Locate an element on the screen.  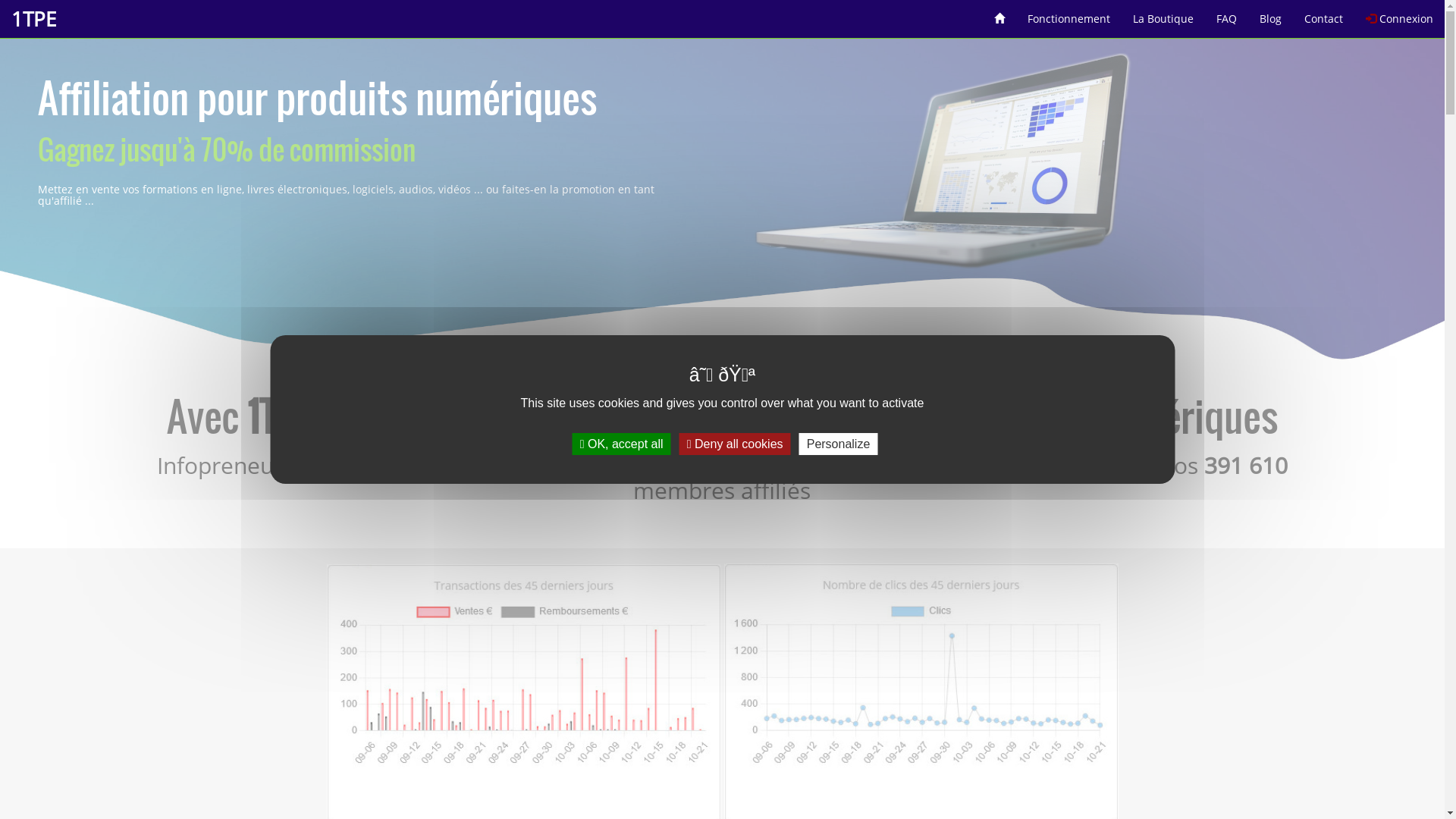
'Contact' is located at coordinates (1323, 13).